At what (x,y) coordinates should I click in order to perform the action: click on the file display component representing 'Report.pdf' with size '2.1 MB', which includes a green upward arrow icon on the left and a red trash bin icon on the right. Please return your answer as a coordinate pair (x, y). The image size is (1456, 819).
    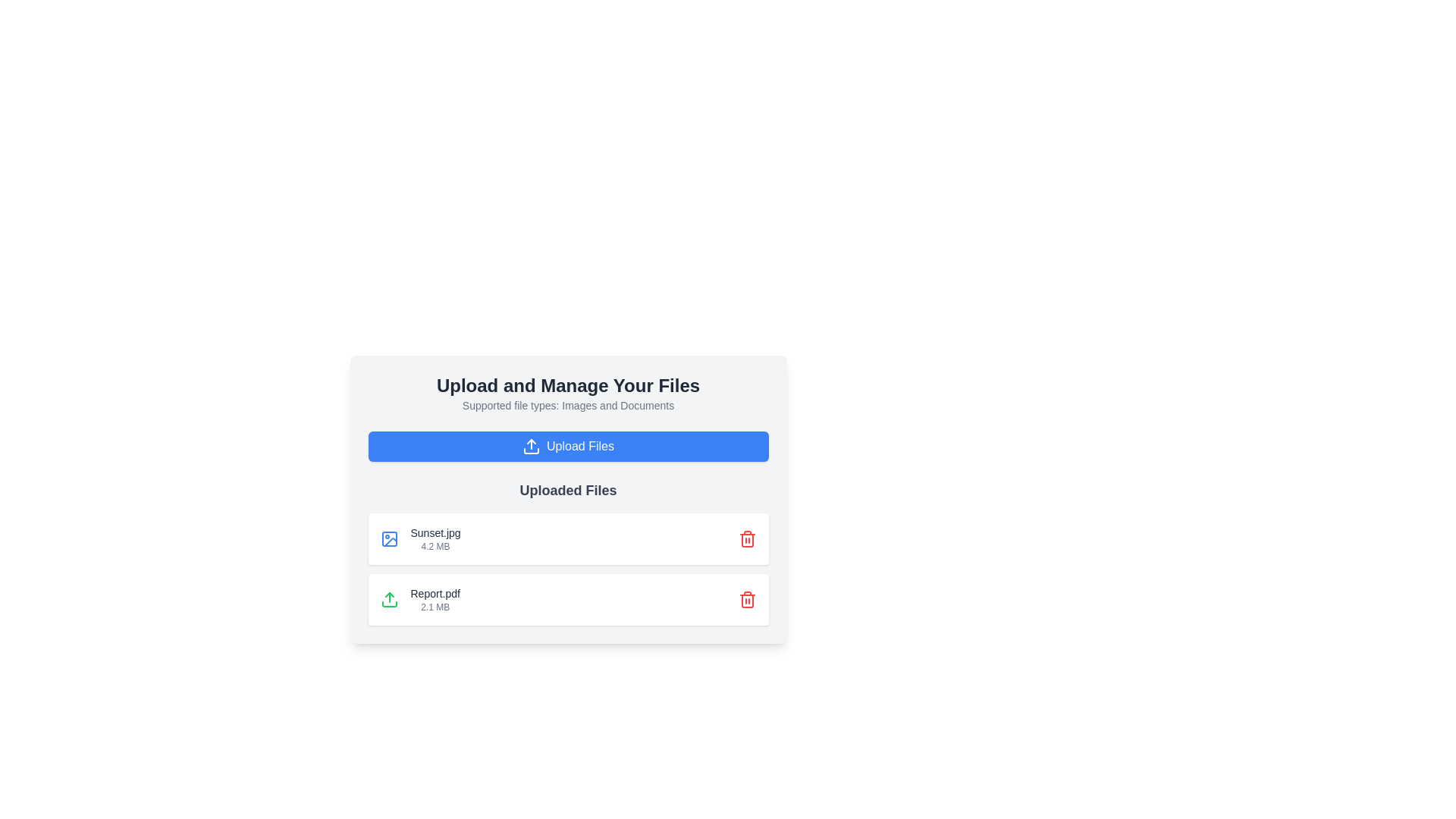
    Looking at the image, I should click on (567, 598).